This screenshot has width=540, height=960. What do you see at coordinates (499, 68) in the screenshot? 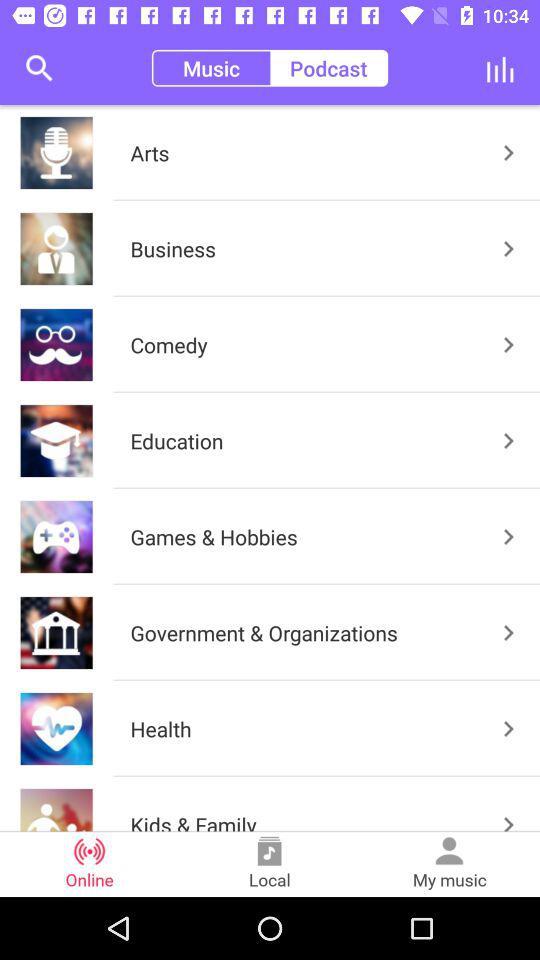
I see `the sliders icon` at bounding box center [499, 68].